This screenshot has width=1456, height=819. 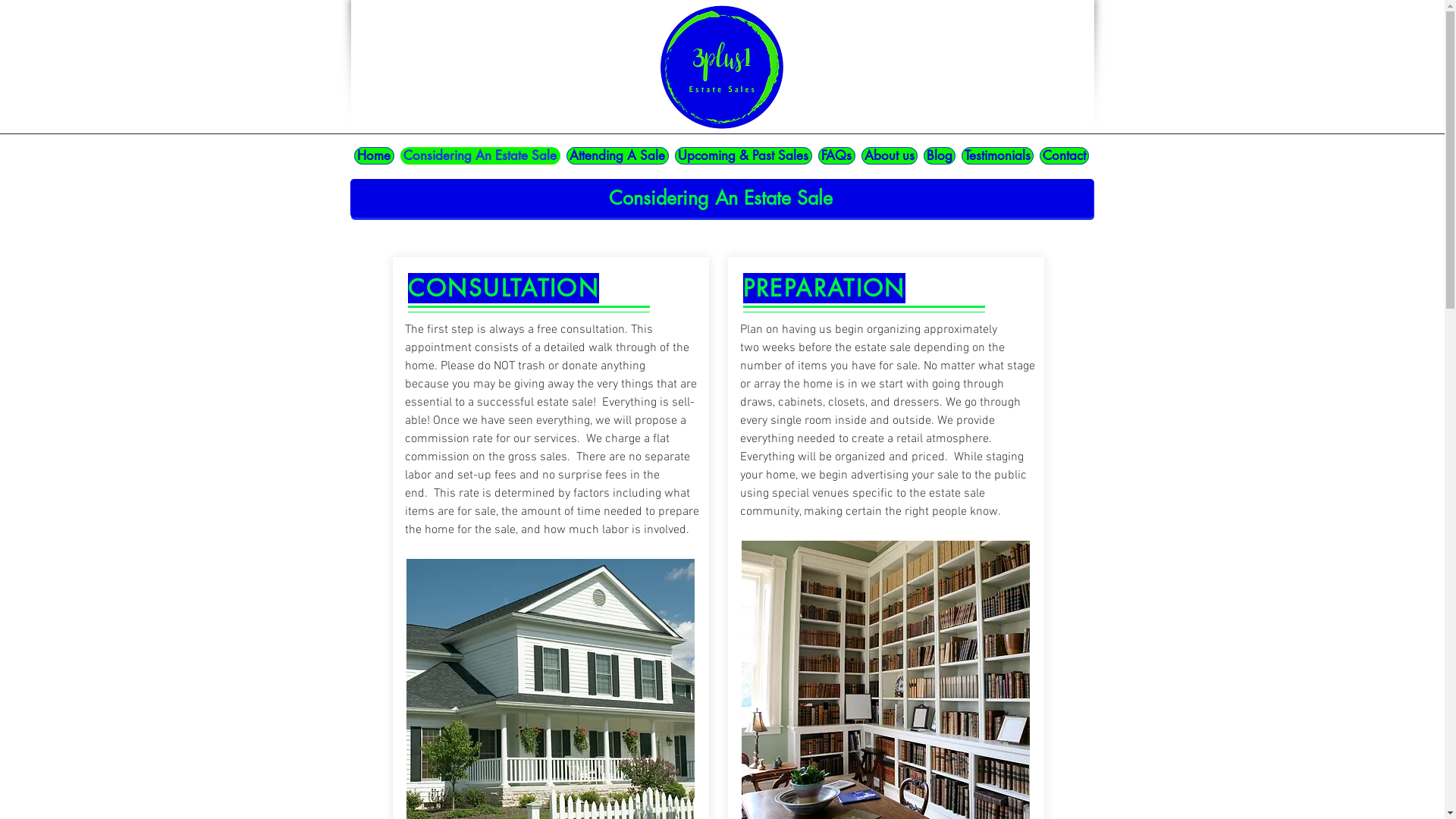 I want to click on 'Upcoming & Past Sales', so click(x=743, y=155).